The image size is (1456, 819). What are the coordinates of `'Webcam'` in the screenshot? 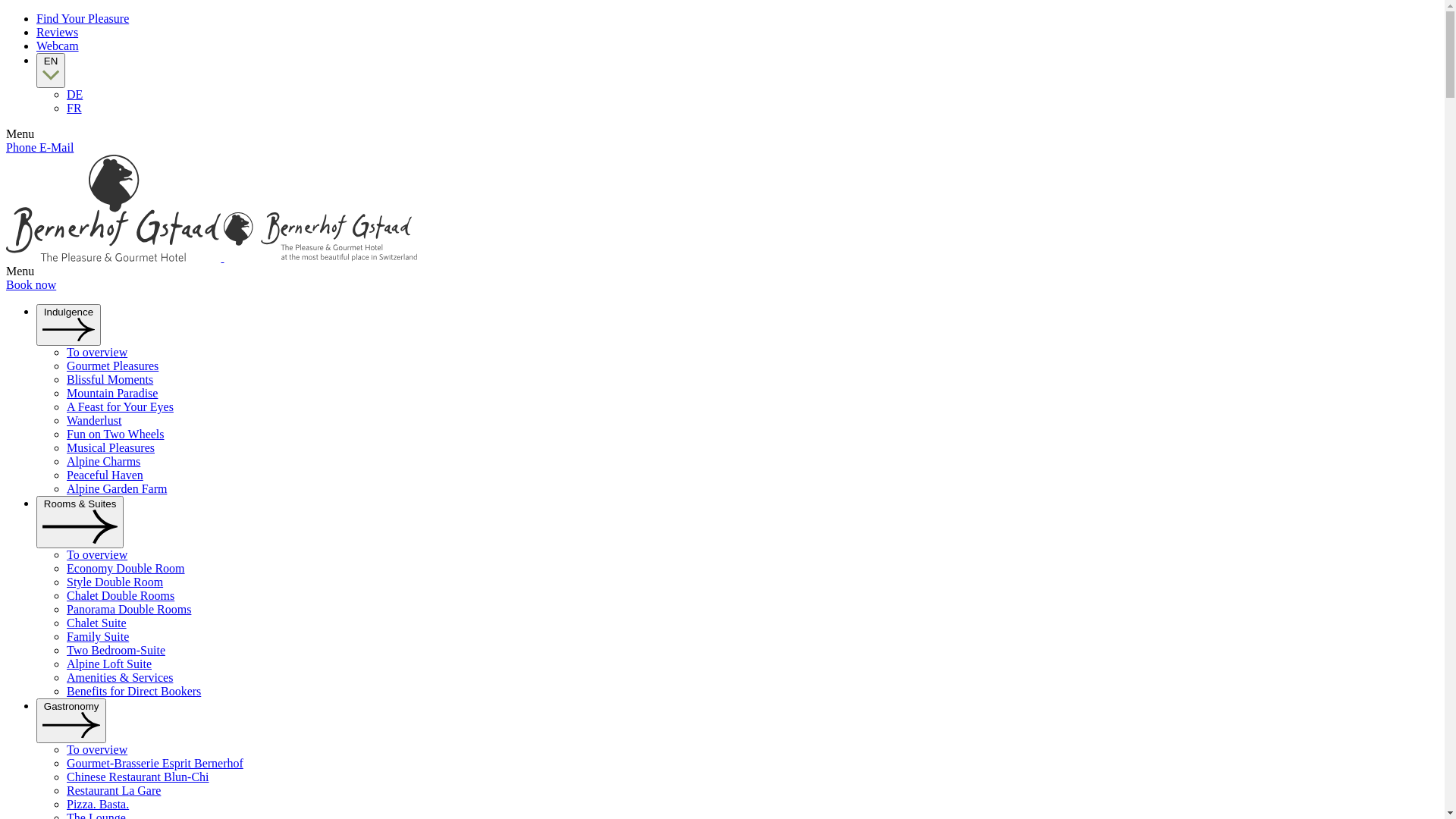 It's located at (58, 45).